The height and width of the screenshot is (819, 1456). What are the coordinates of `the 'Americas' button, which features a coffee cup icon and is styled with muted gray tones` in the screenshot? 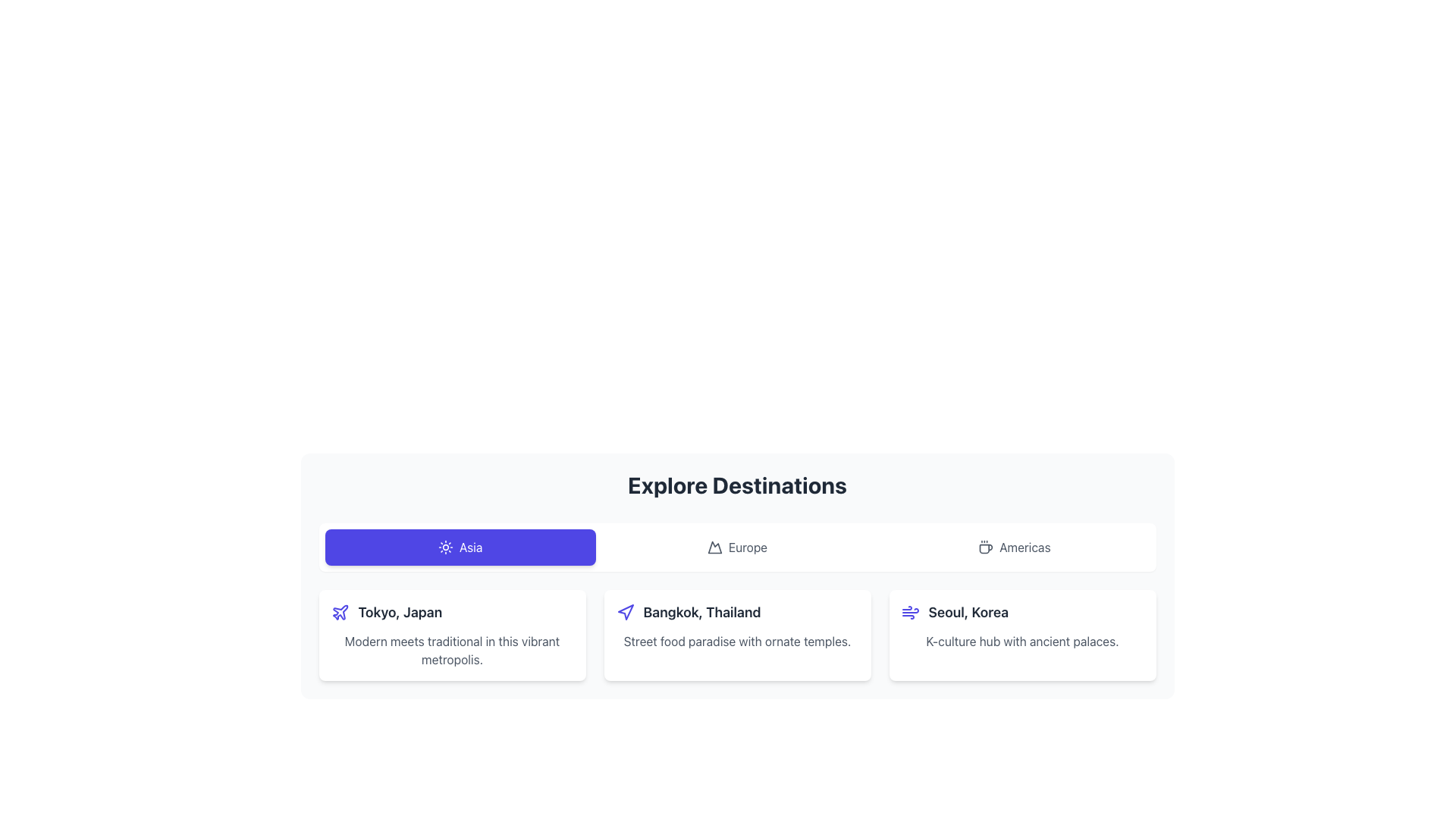 It's located at (1014, 547).